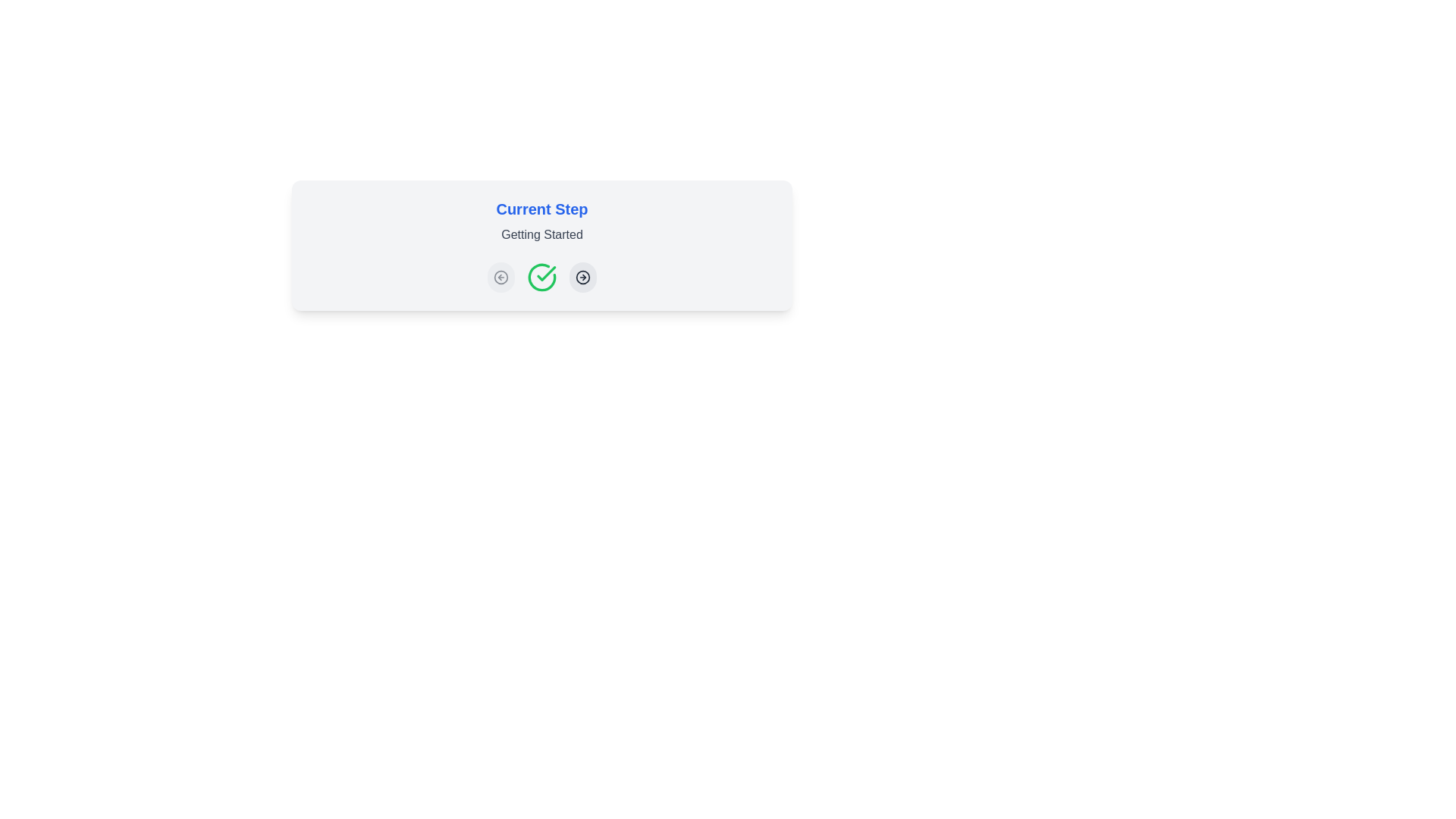  What do you see at coordinates (501, 278) in the screenshot?
I see `the backward navigation button located on the left-most side of its group` at bounding box center [501, 278].